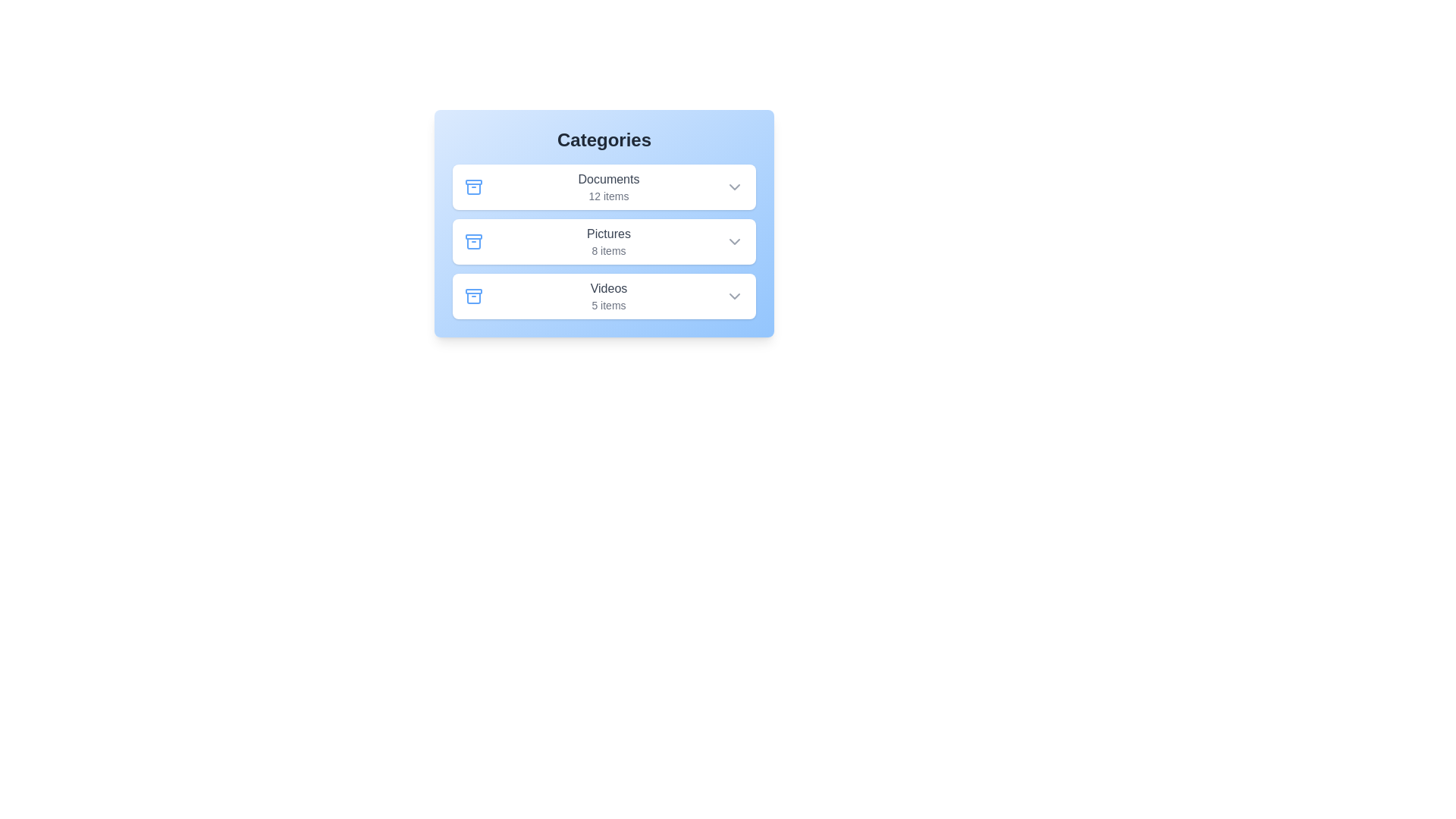  Describe the element at coordinates (603, 296) in the screenshot. I see `the category item Videos to highlight it` at that location.